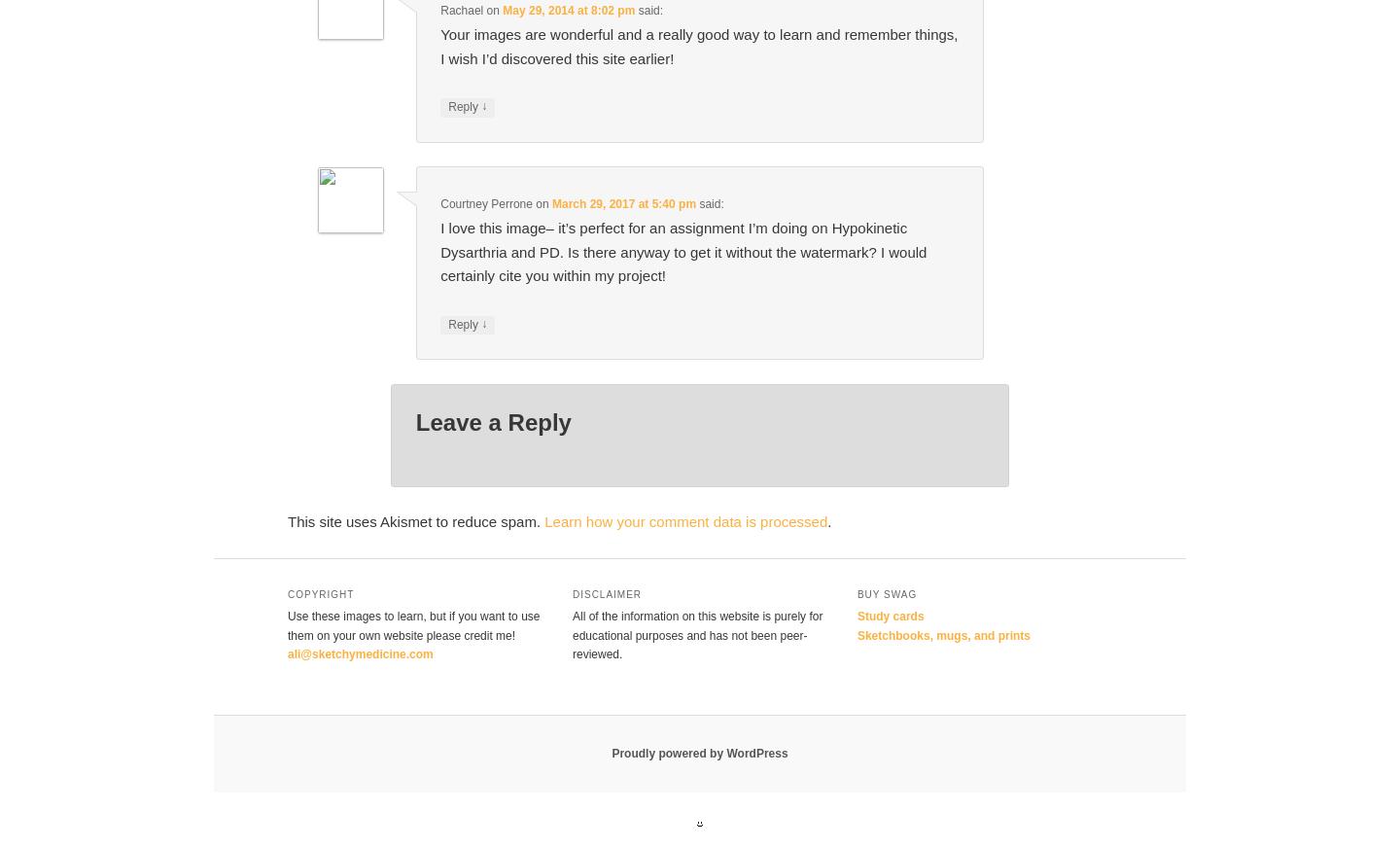 Image resolution: width=1400 pixels, height=847 pixels. I want to click on 'Courtney Perrone', so click(484, 203).